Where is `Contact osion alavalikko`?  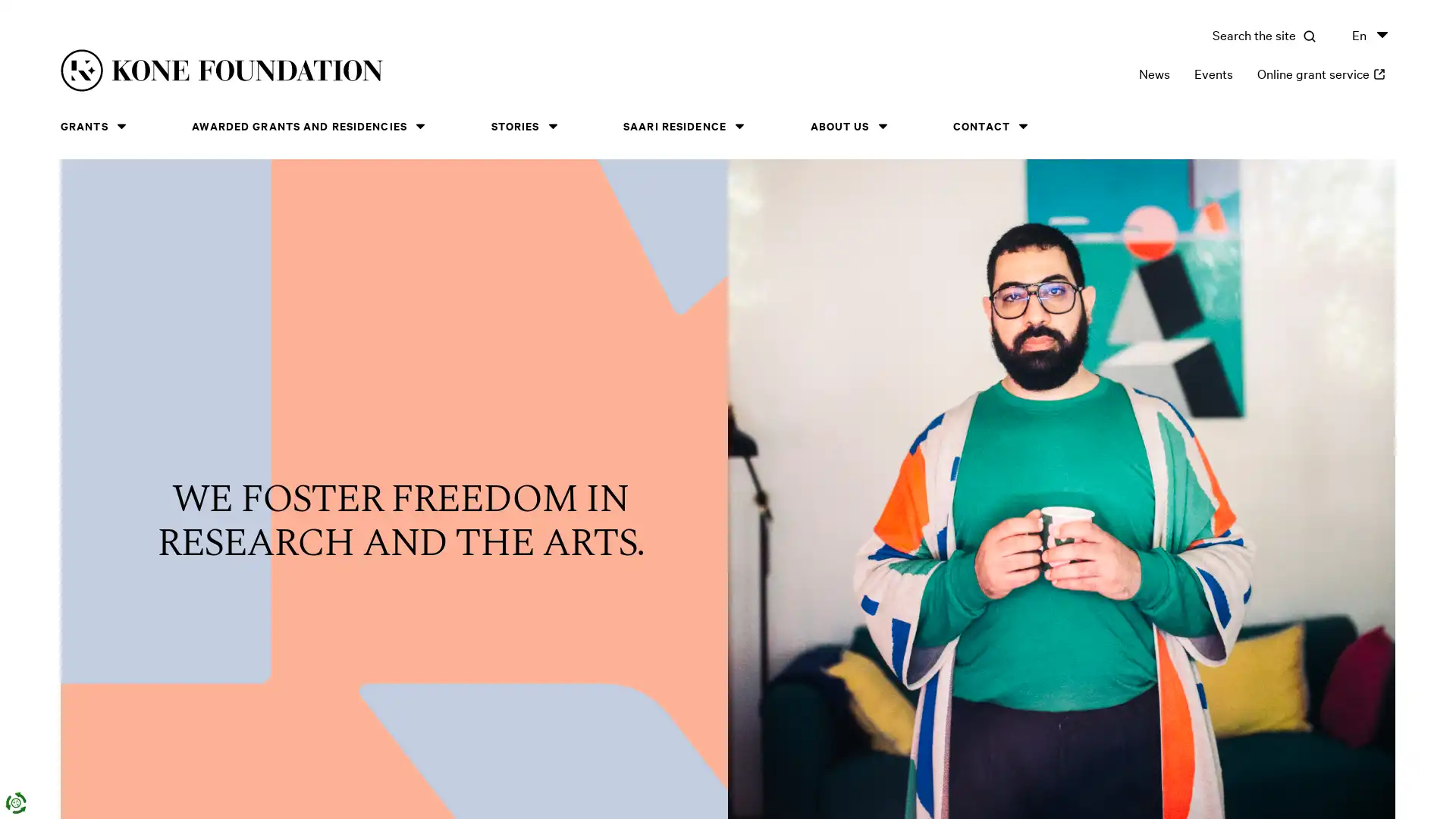
Contact osion alavalikko is located at coordinates (1022, 125).